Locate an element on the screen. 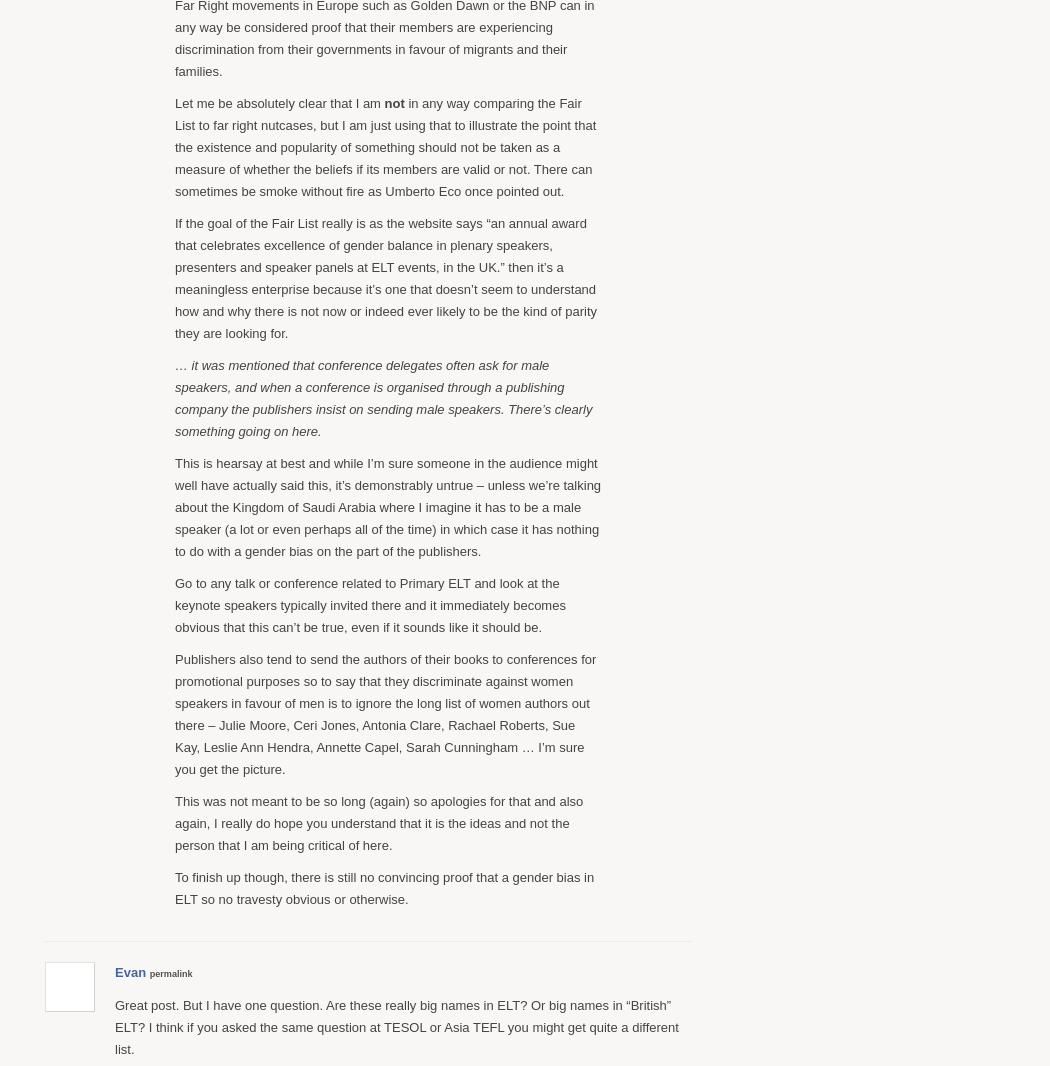 The image size is (1050, 1066). '… it was mentioned that conference delegates often ask for male speakers, and when a conference is organised through a publishing company the publishers insist on sending male speakers. There’s clearly something going on here.' is located at coordinates (383, 397).